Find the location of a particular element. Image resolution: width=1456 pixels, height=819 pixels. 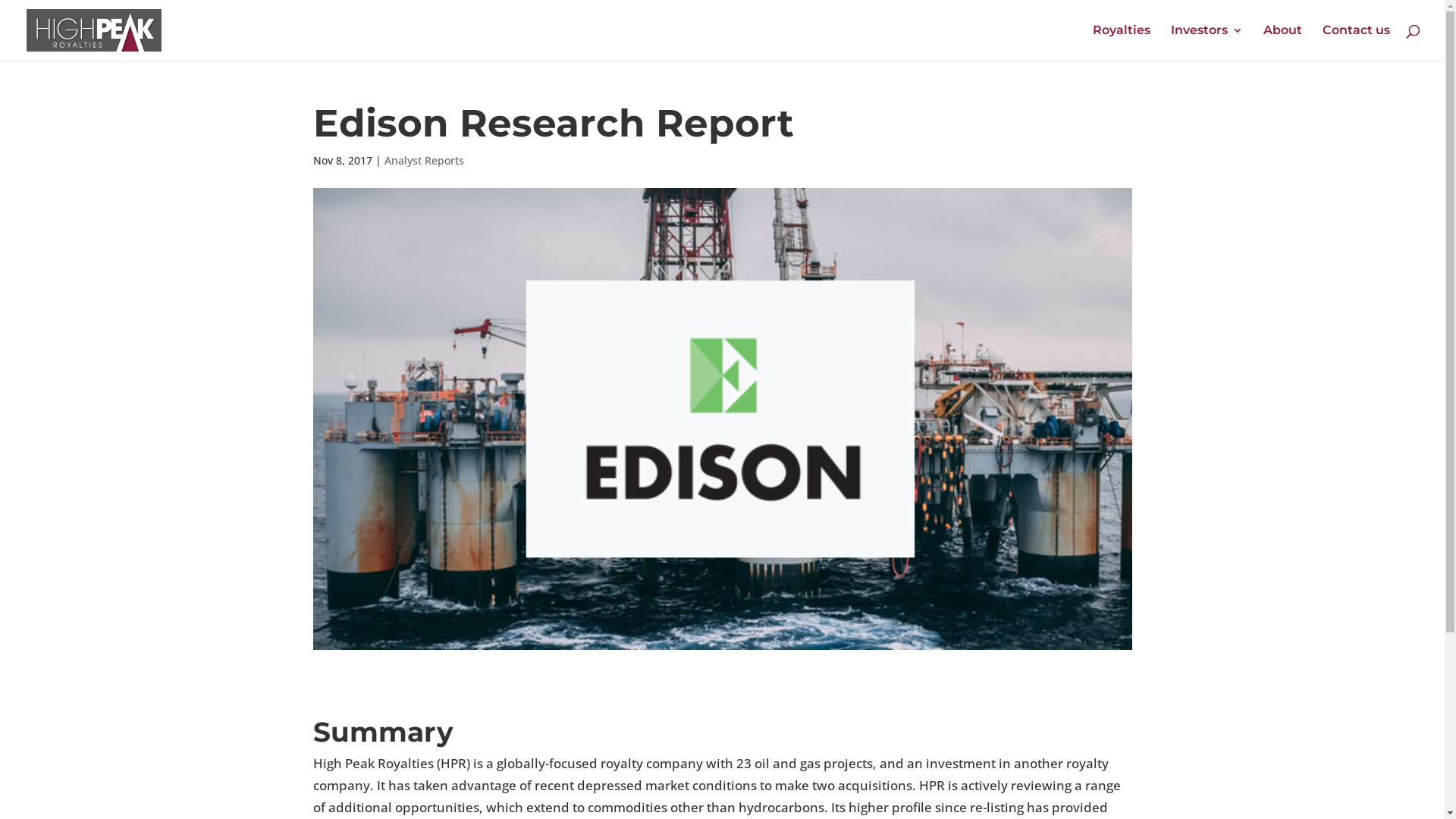

'About' is located at coordinates (1282, 42).